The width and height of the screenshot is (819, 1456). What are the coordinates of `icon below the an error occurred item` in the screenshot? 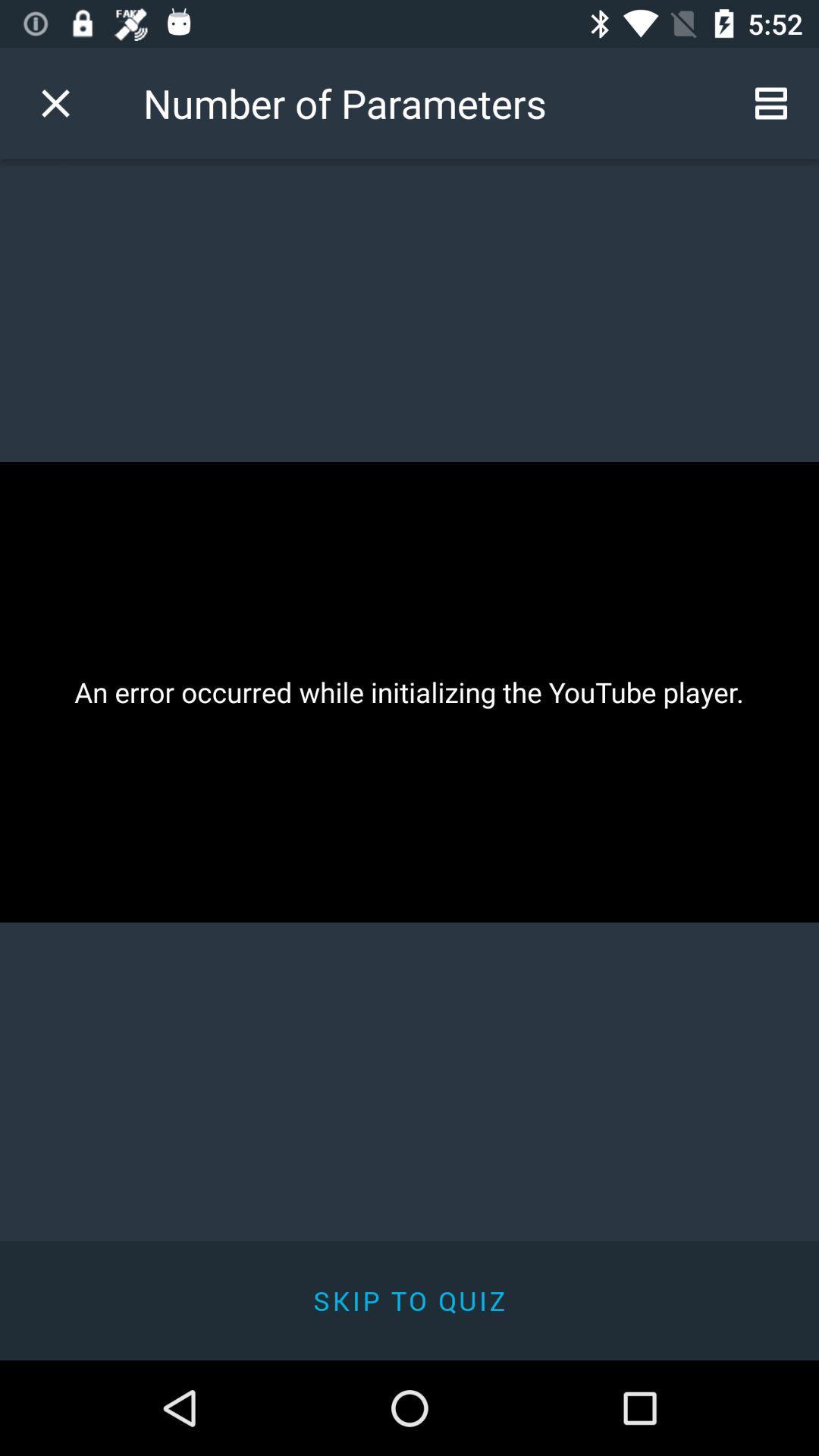 It's located at (409, 1300).